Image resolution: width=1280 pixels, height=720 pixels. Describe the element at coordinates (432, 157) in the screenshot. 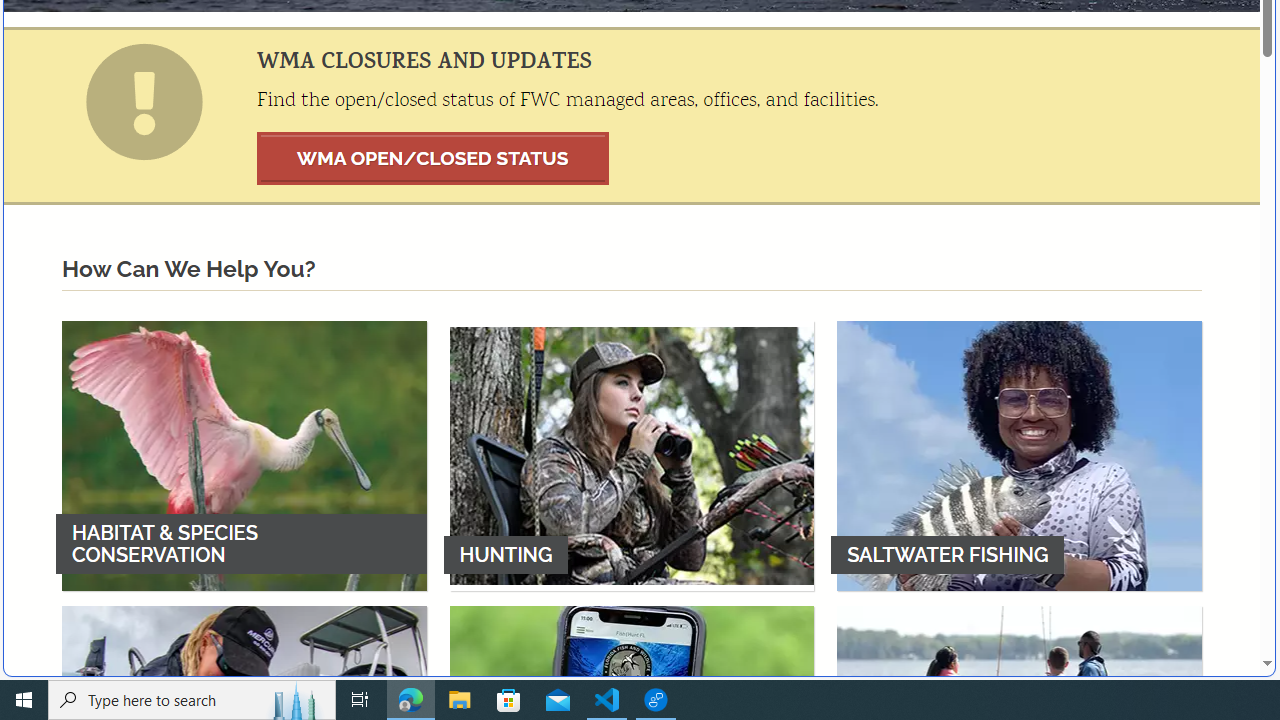

I see `'WMA OPEN/CLOSED STATUS'` at that location.